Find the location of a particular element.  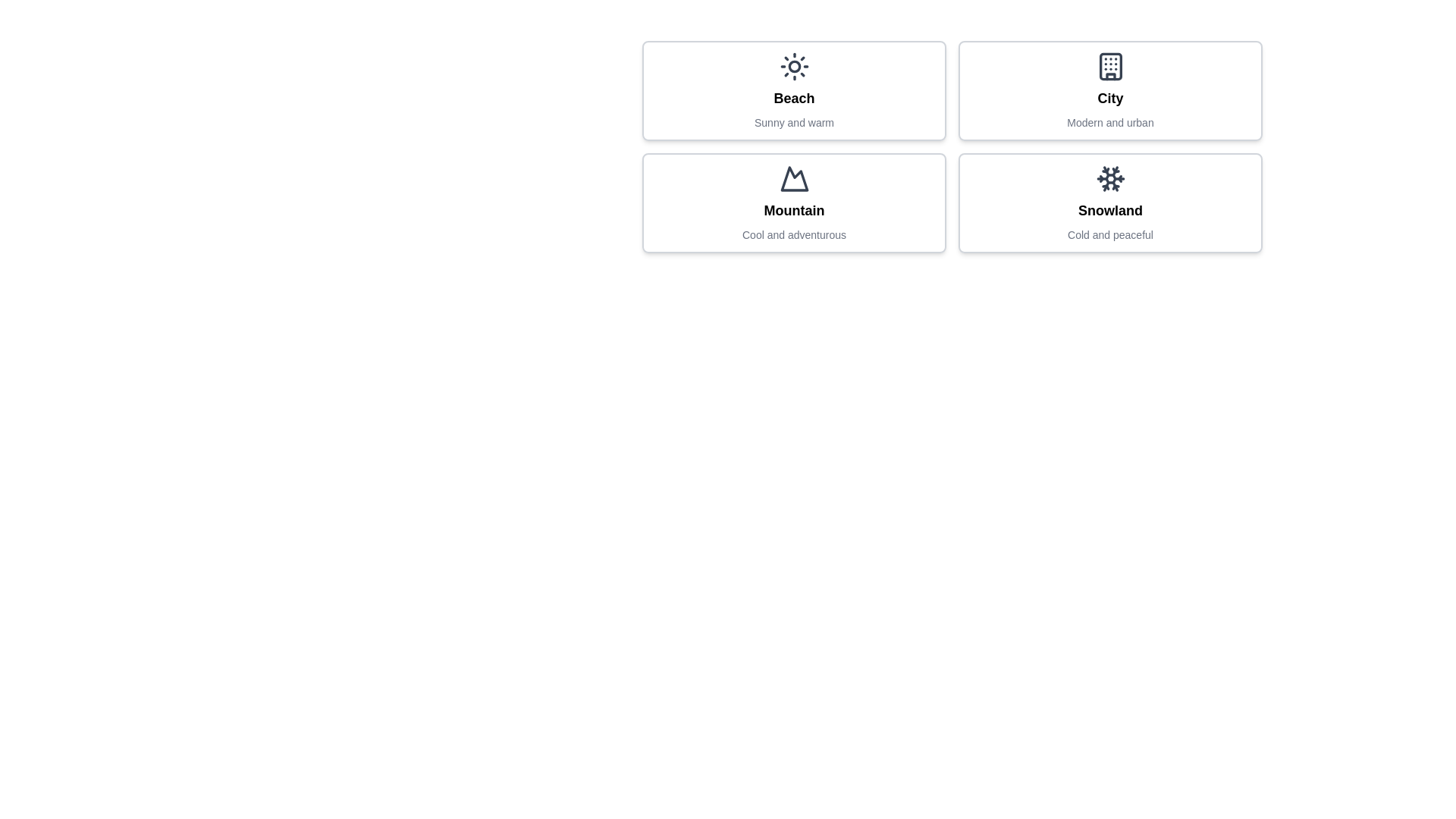

the 'City' category icon located in the top right quadrant of the grid, adjacent to 'Beach' on the left and above 'Snowland' is located at coordinates (1110, 66).